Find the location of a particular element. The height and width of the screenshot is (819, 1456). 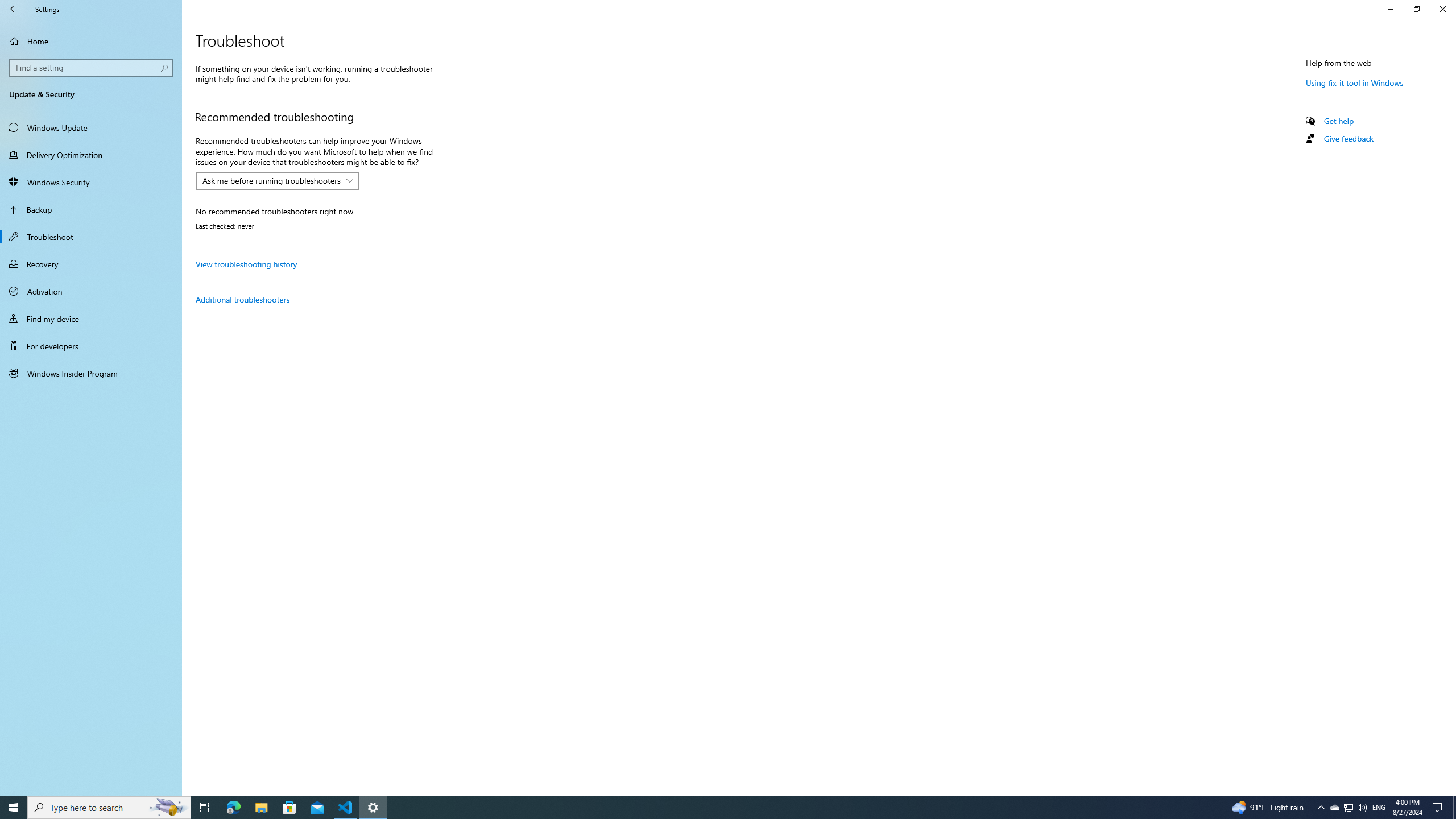

'Activation' is located at coordinates (90, 290).